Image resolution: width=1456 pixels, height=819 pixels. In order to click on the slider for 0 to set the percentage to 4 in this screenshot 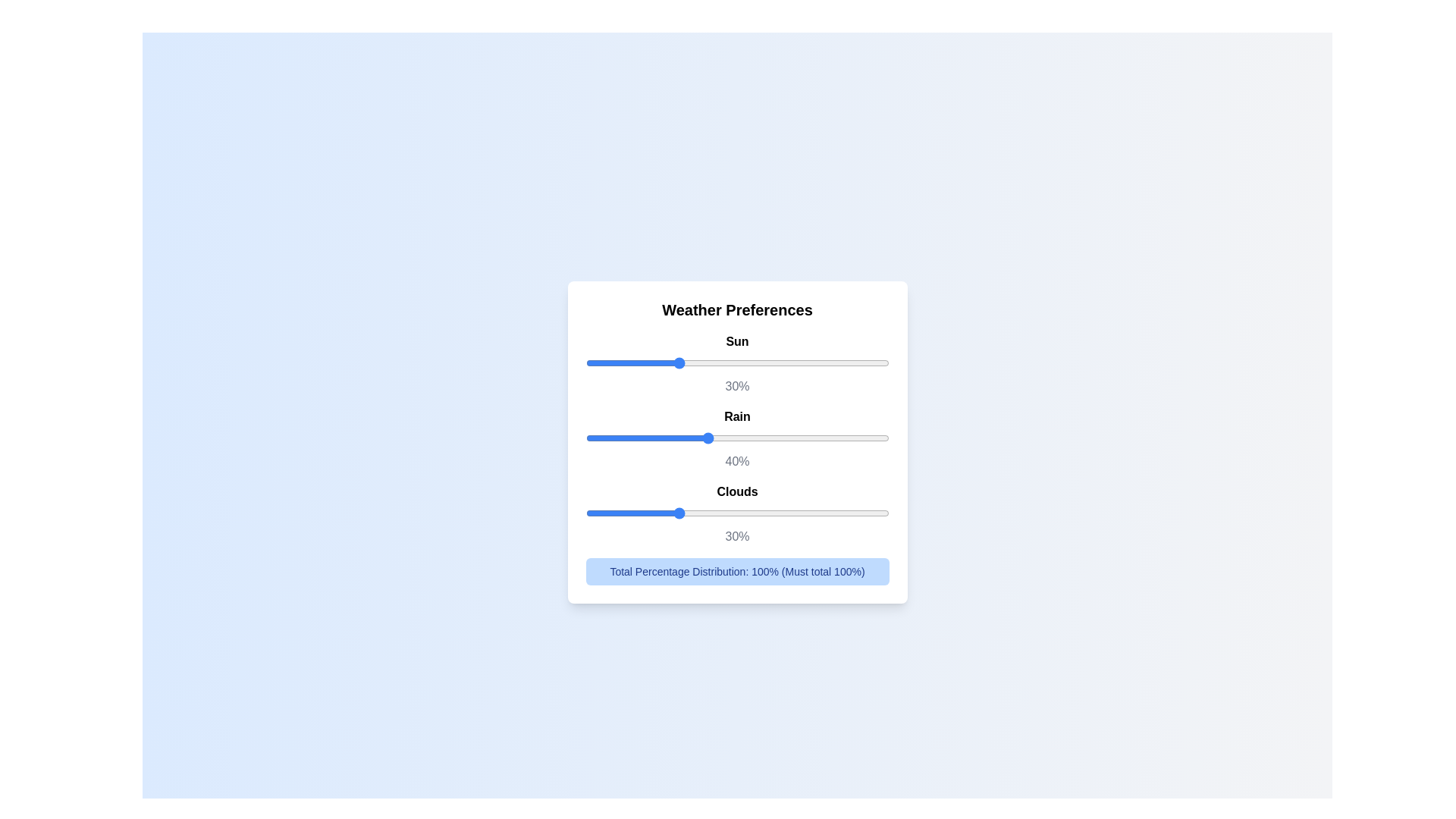, I will do `click(749, 362)`.